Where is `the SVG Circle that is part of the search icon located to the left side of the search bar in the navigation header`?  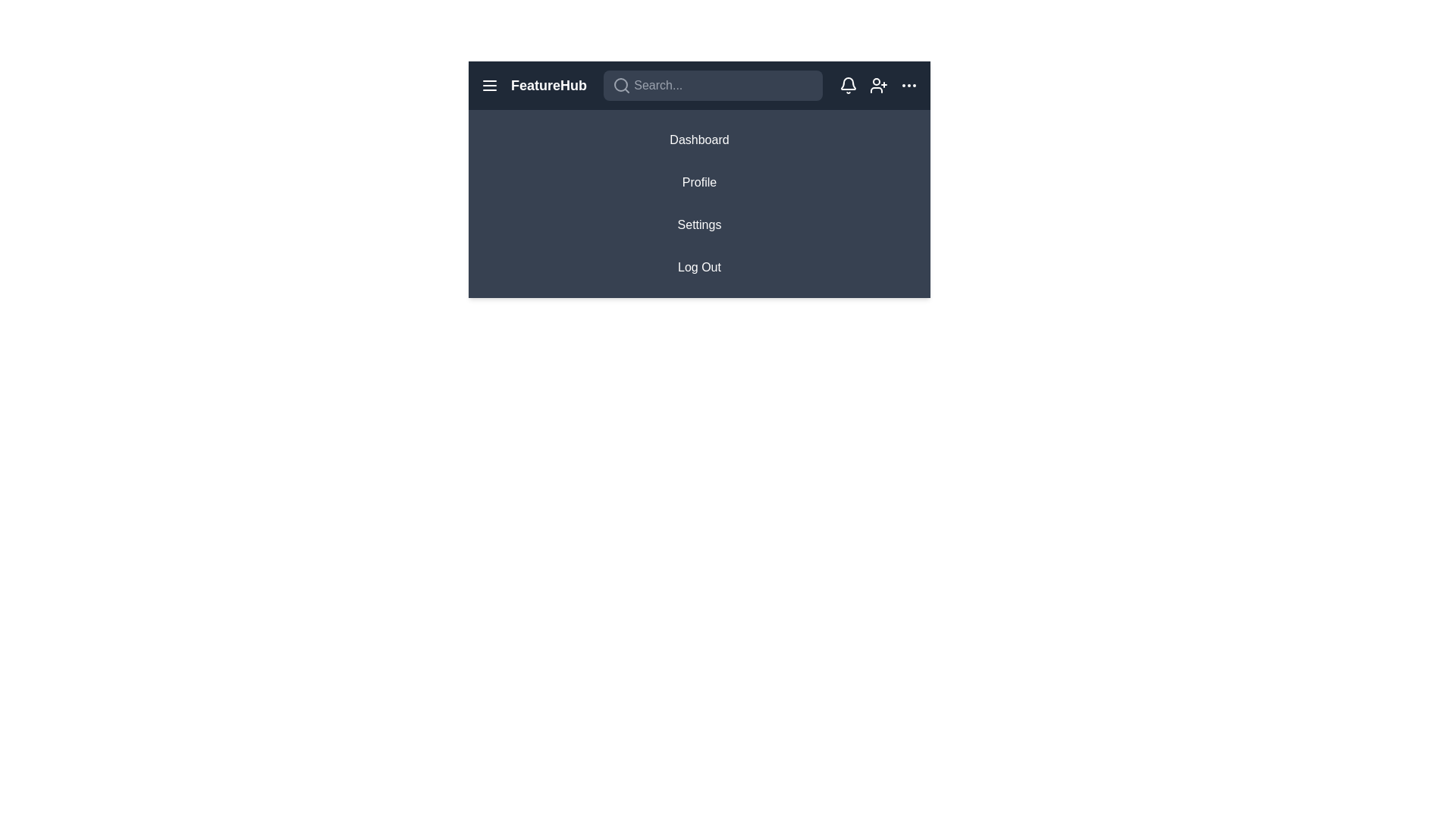
the SVG Circle that is part of the search icon located to the left side of the search bar in the navigation header is located at coordinates (621, 84).